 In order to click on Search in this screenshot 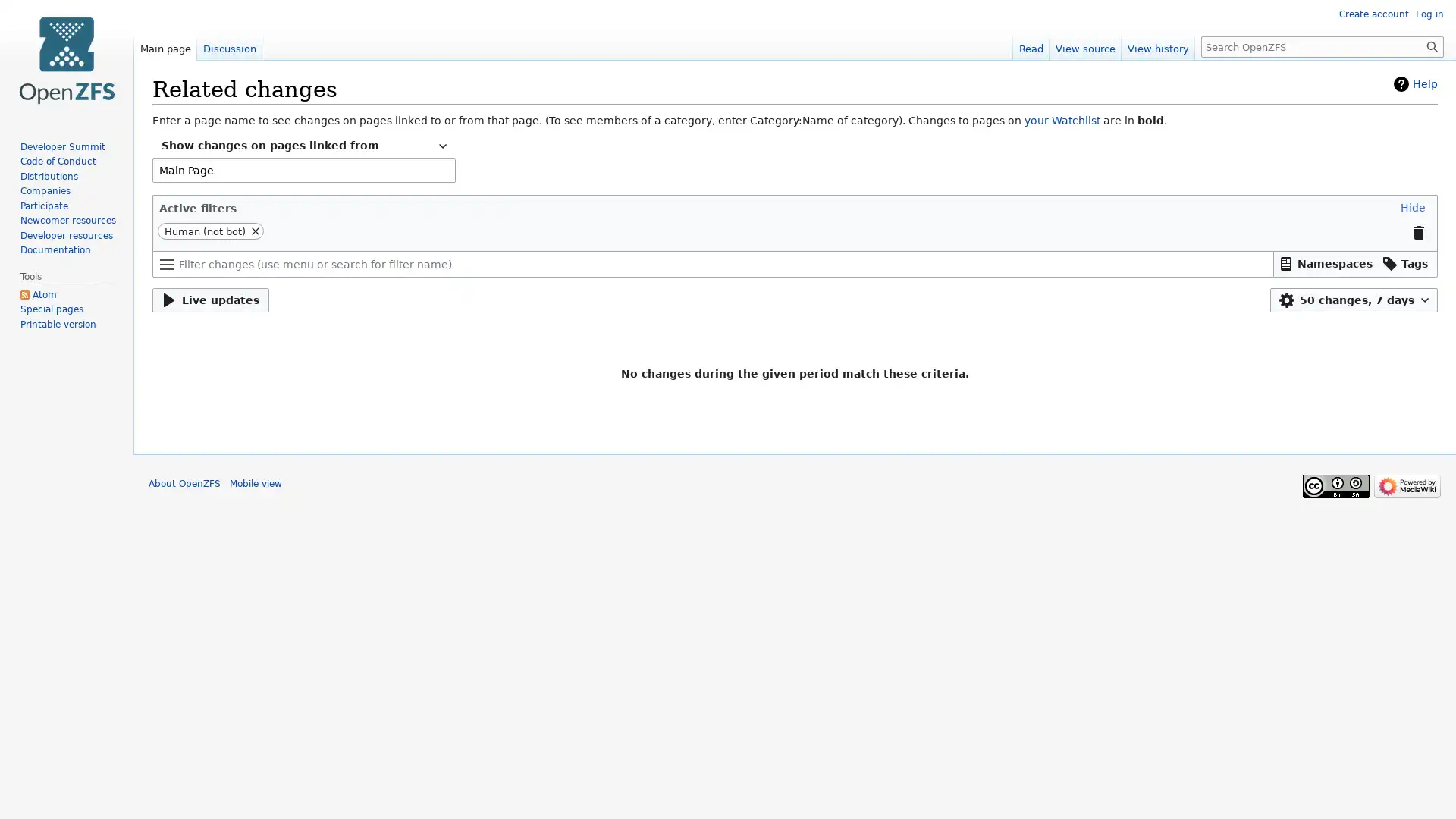, I will do `click(1432, 45)`.